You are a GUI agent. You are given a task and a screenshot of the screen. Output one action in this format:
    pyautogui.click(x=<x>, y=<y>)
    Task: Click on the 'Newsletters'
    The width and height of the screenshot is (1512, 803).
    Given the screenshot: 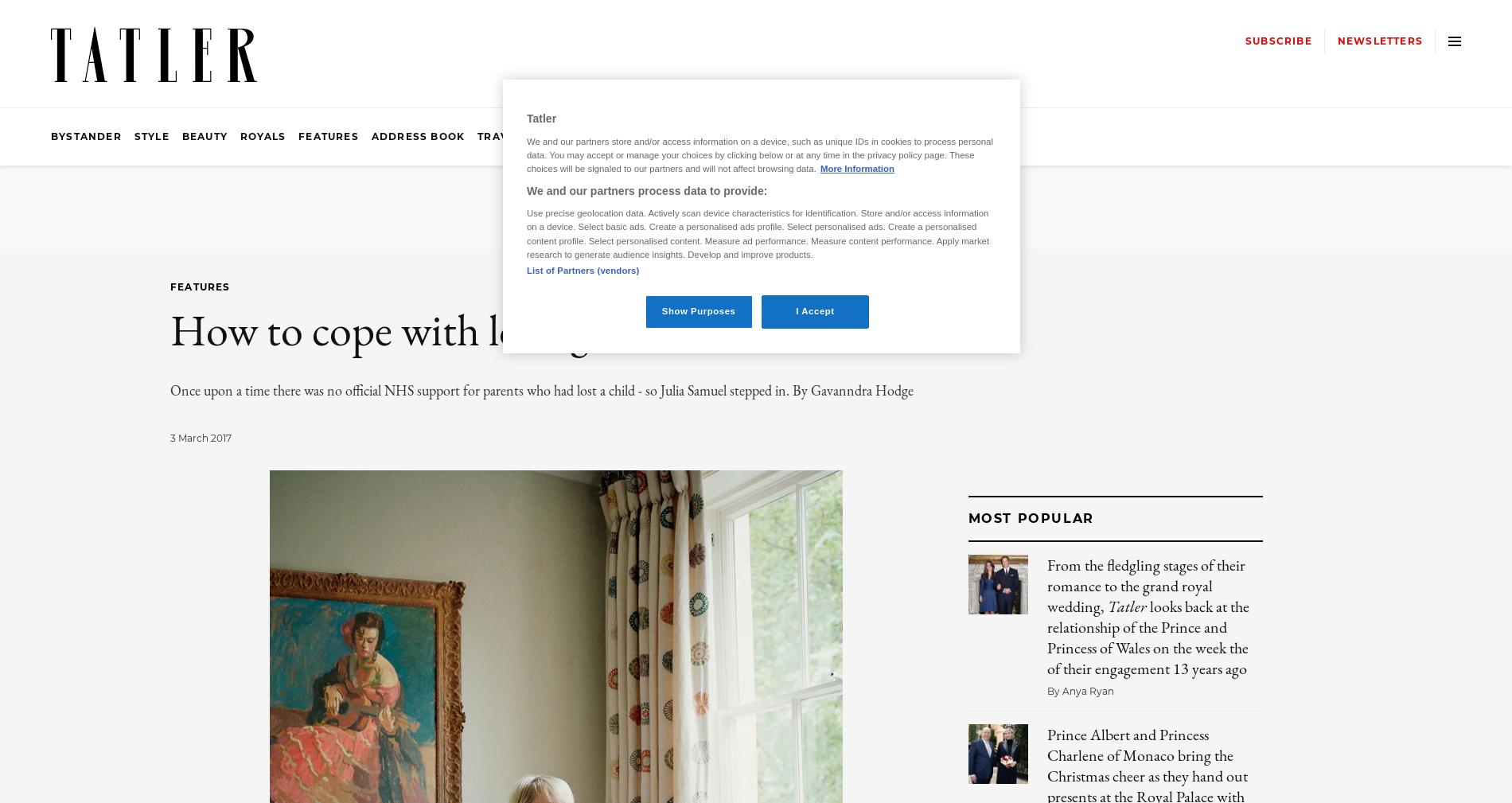 What is the action you would take?
    pyautogui.click(x=1335, y=39)
    